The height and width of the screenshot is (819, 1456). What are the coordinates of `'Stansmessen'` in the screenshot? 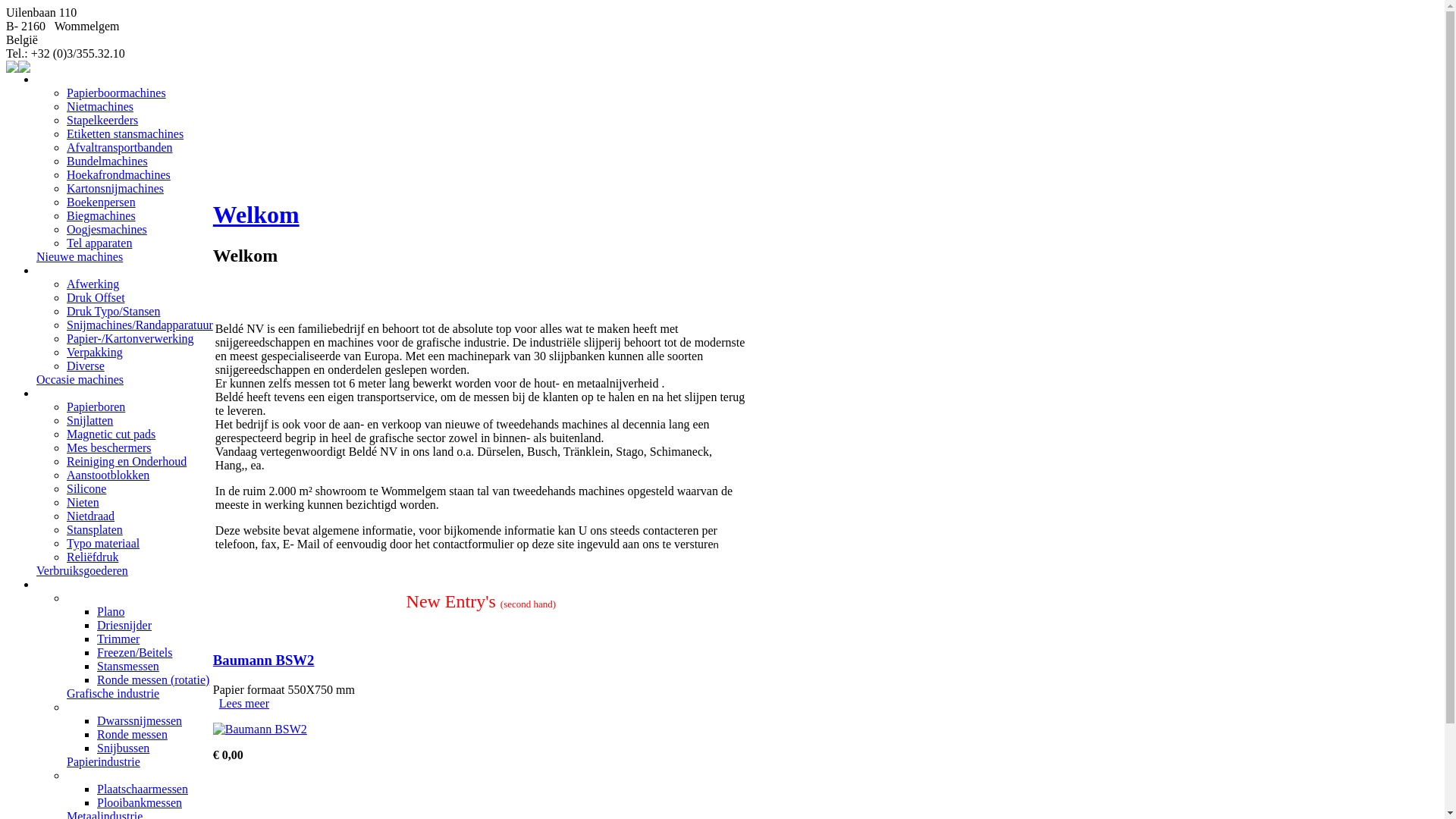 It's located at (127, 665).